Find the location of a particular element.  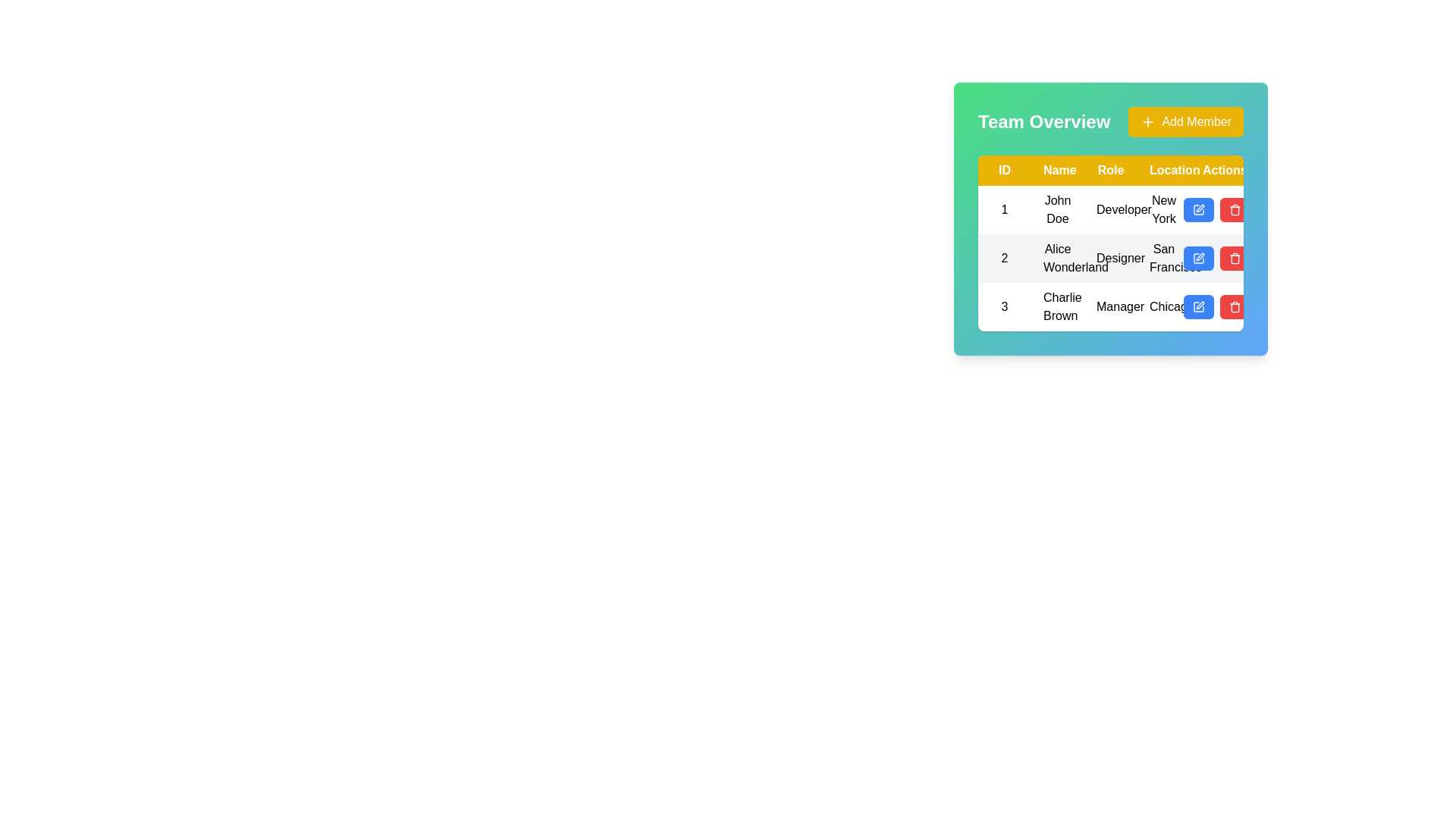

the blue edit button with a white pen icon located in the Action column of the second row in the 'Team Overview' table is located at coordinates (1197, 257).